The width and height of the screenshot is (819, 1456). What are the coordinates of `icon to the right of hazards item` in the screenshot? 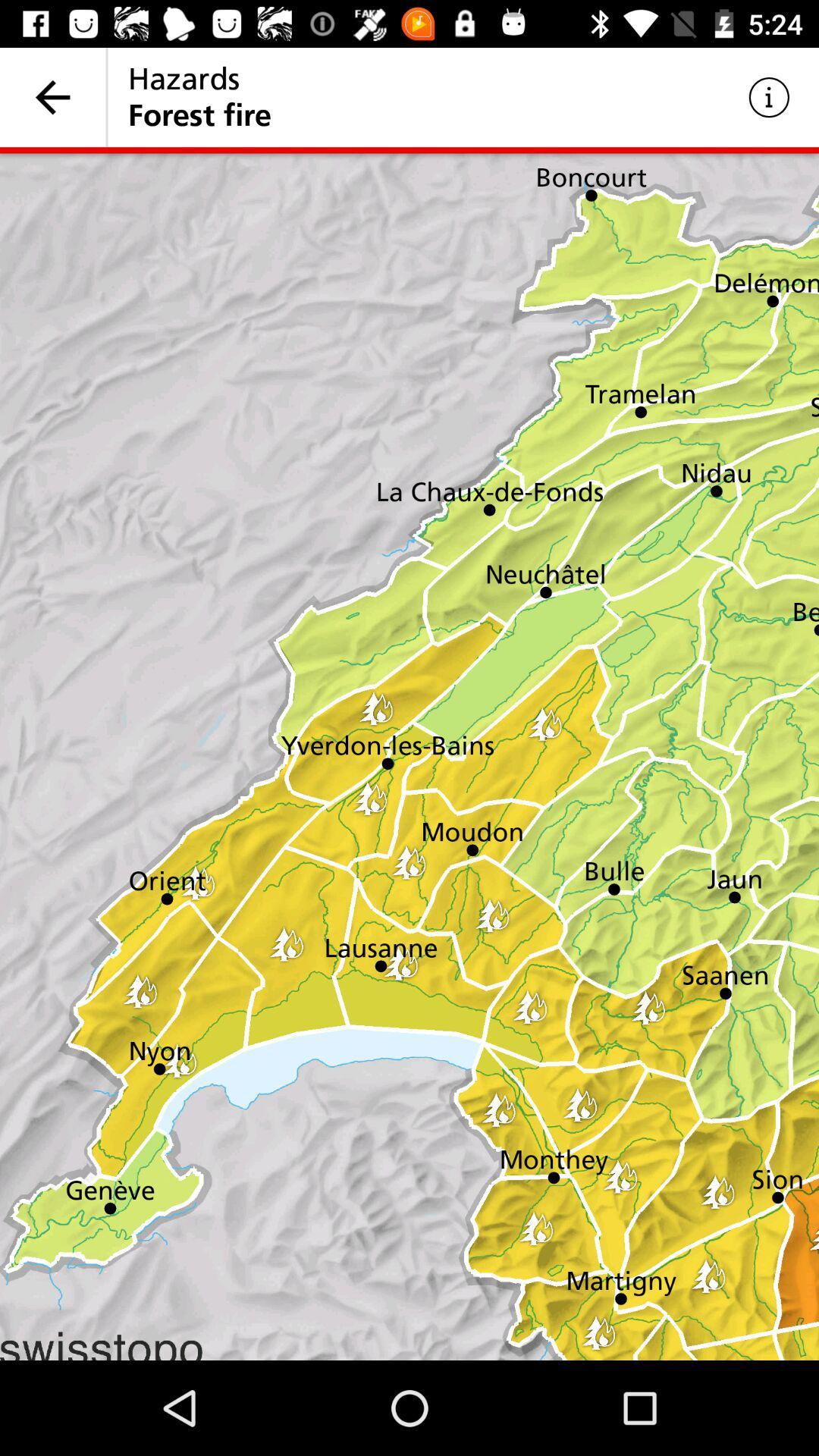 It's located at (769, 96).